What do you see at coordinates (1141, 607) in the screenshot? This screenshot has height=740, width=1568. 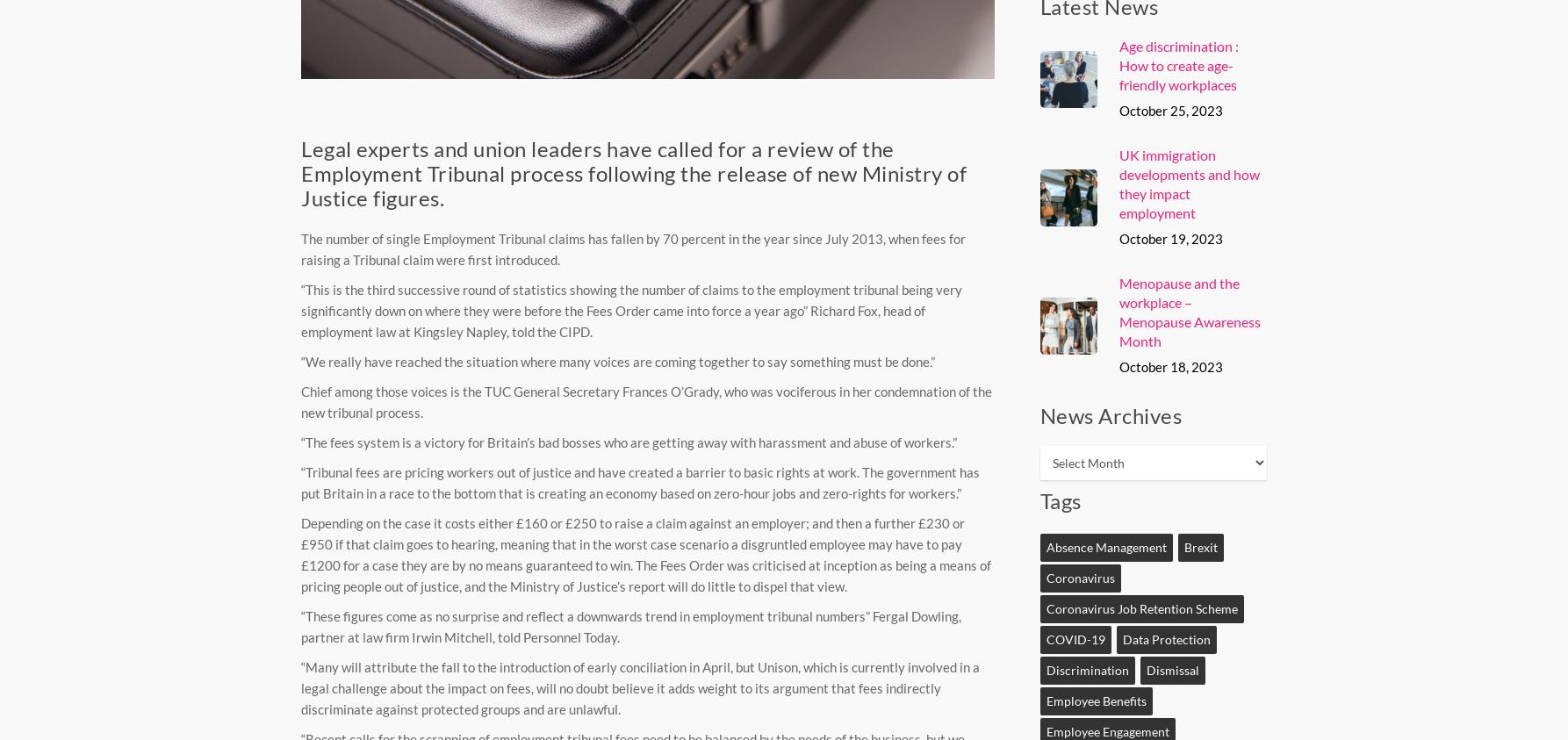 I see `'Coronavirus Job Retention Scheme'` at bounding box center [1141, 607].